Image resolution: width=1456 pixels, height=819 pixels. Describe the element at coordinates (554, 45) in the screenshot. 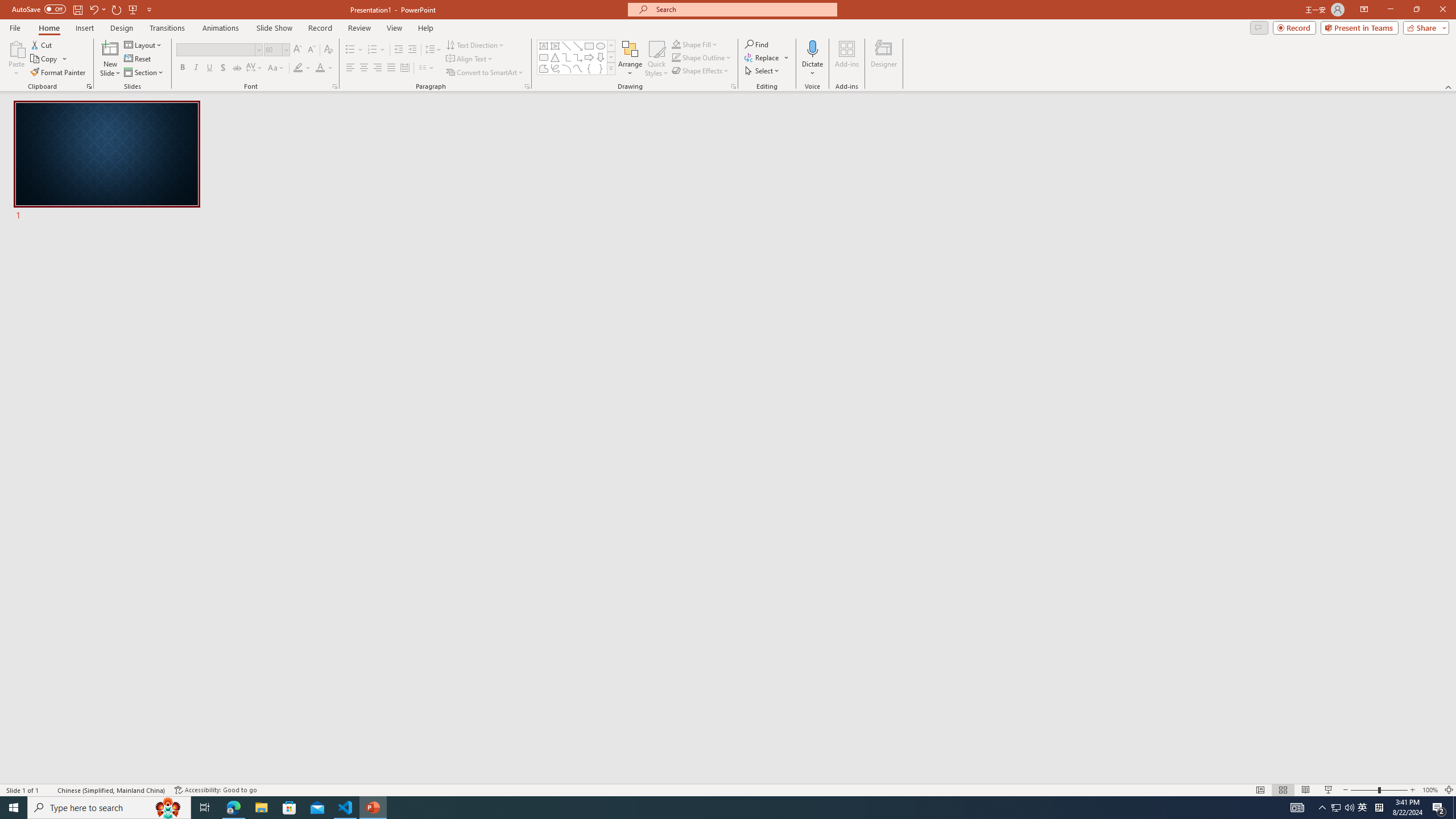

I see `'Vertical Text Box'` at that location.